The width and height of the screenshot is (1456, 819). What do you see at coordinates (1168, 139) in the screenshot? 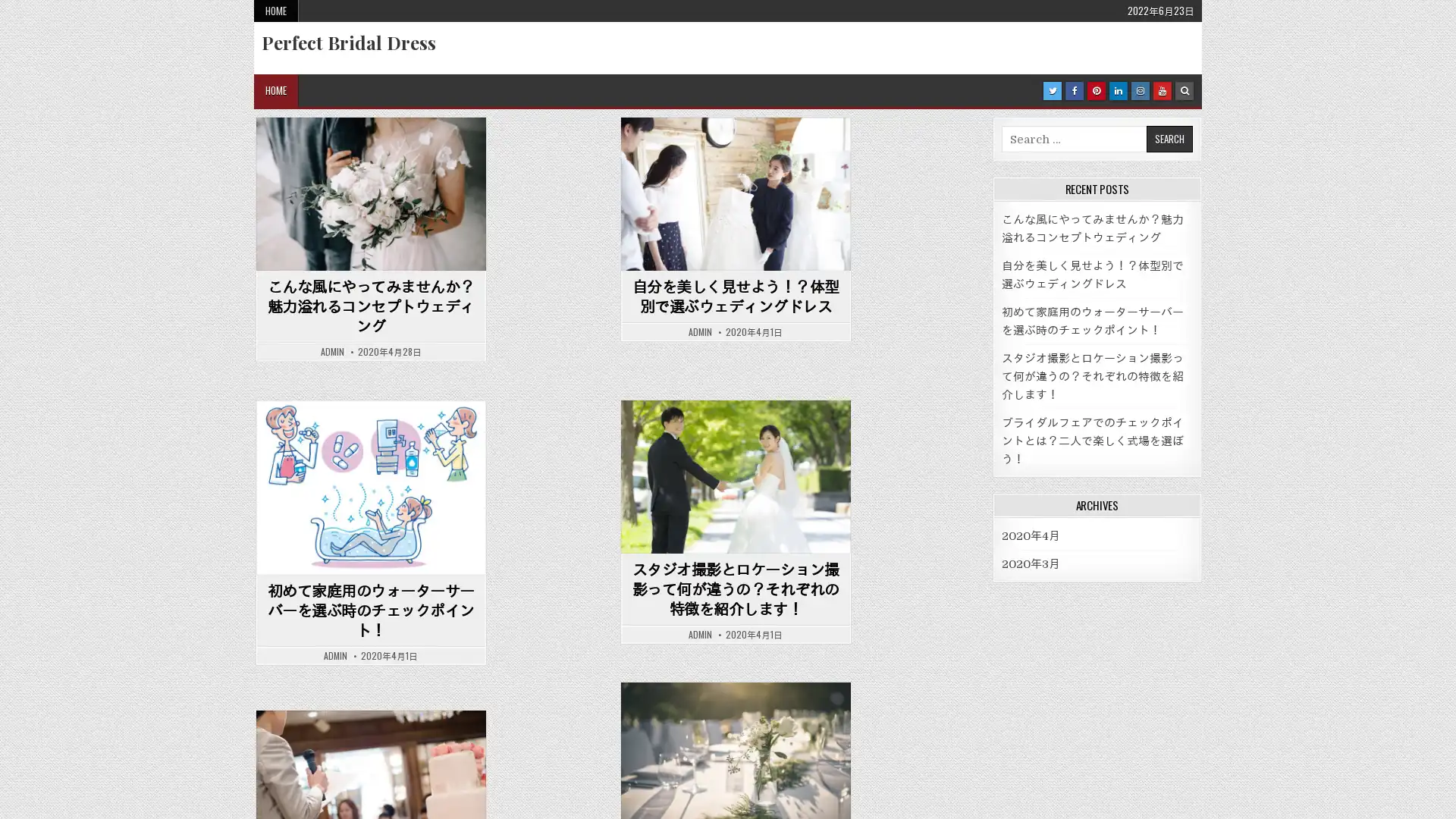
I see `Search` at bounding box center [1168, 139].